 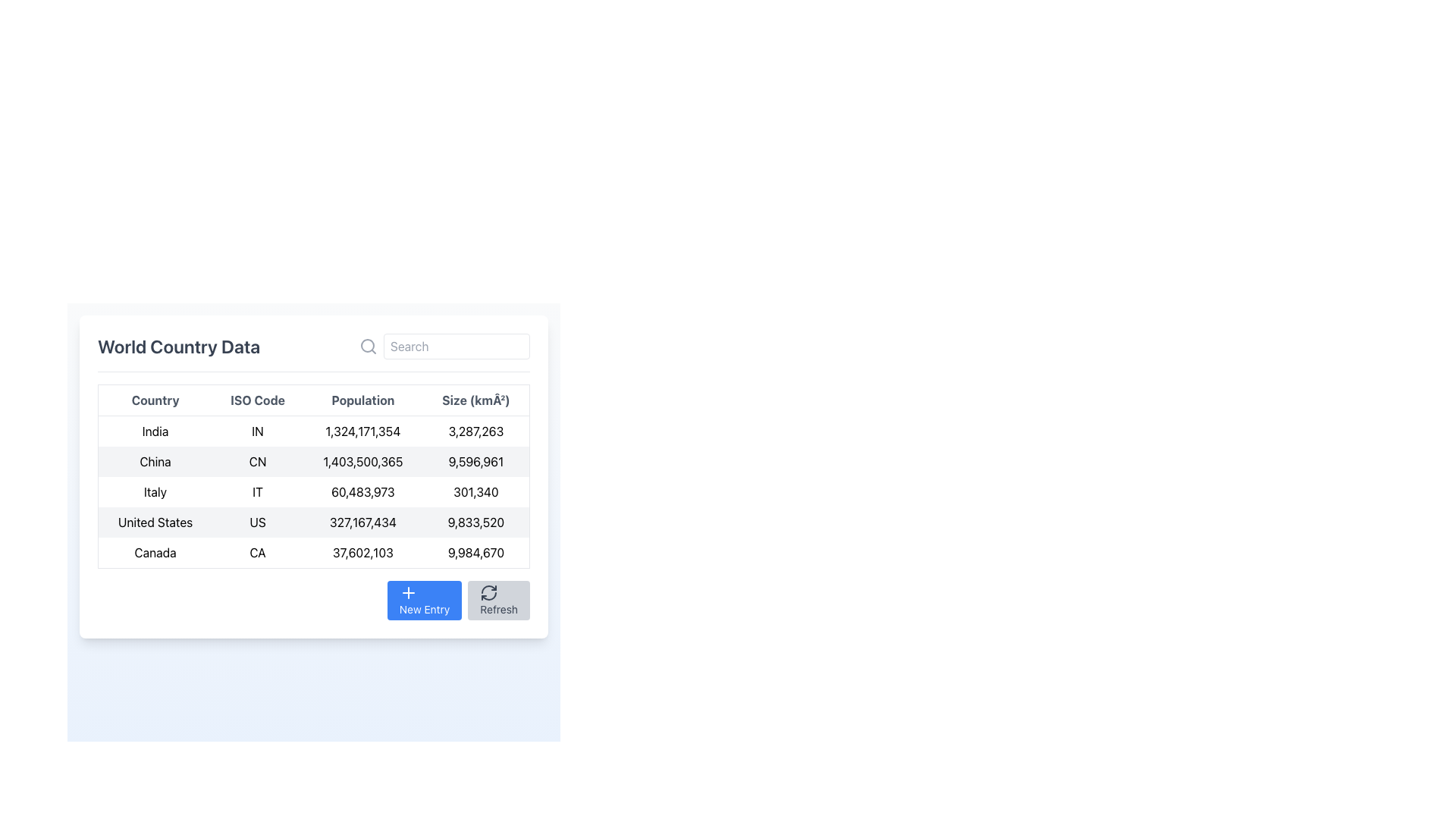 What do you see at coordinates (155, 461) in the screenshot?
I see `the text label displaying 'China' in black font, located in the first cell under the 'Country' column in the second row of the table` at bounding box center [155, 461].